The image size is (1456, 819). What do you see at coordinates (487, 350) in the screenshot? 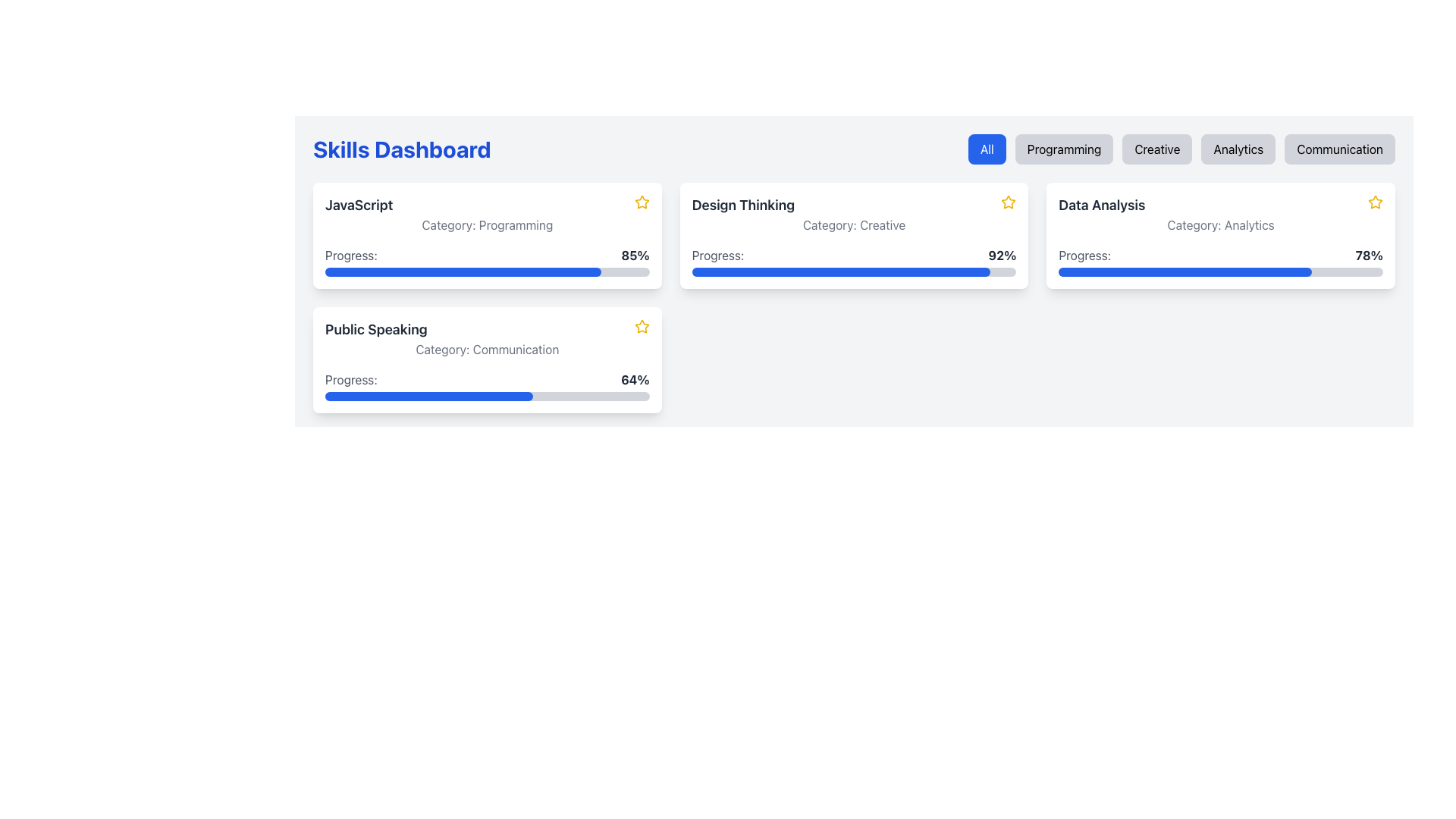
I see `the 'Communication' category descriptor text label, which is positioned below 'Public Speaking' and above 'Progress: 64%' in the second row of the card layout` at bounding box center [487, 350].